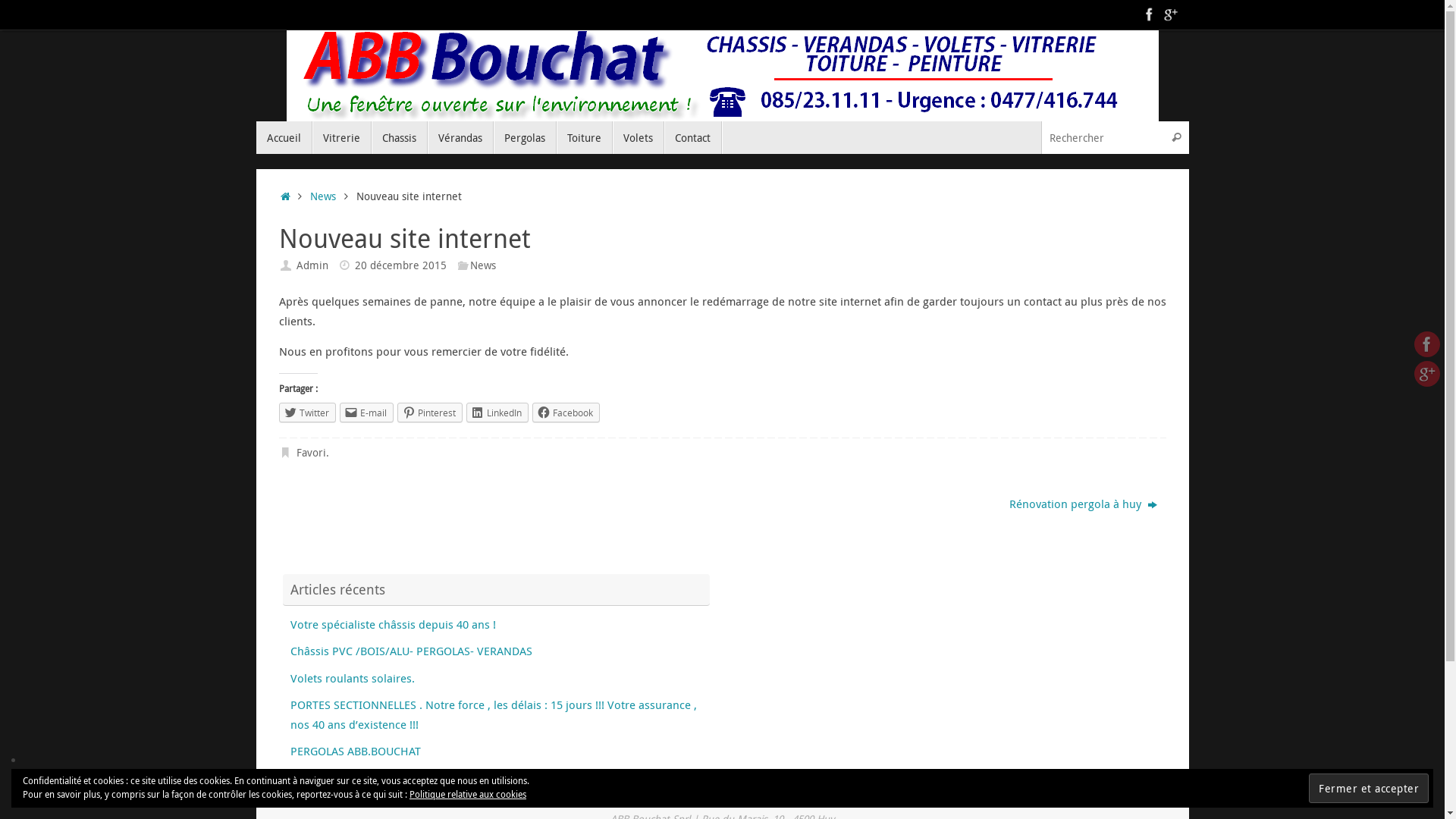  Describe the element at coordinates (344, 263) in the screenshot. I see `'Date'` at that location.